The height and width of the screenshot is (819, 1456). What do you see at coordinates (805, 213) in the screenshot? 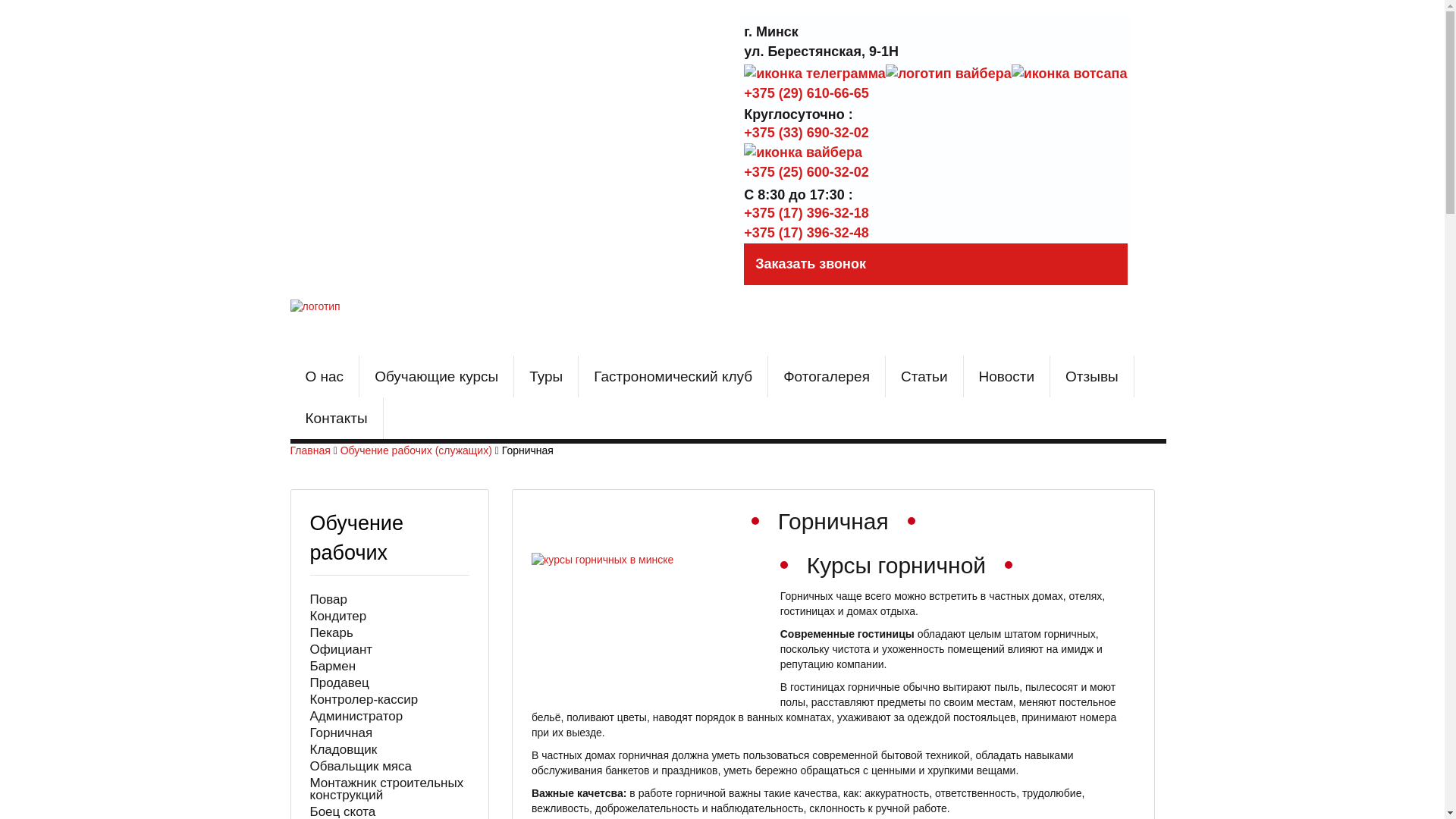
I see `'+375 (17) 396-32-18'` at bounding box center [805, 213].